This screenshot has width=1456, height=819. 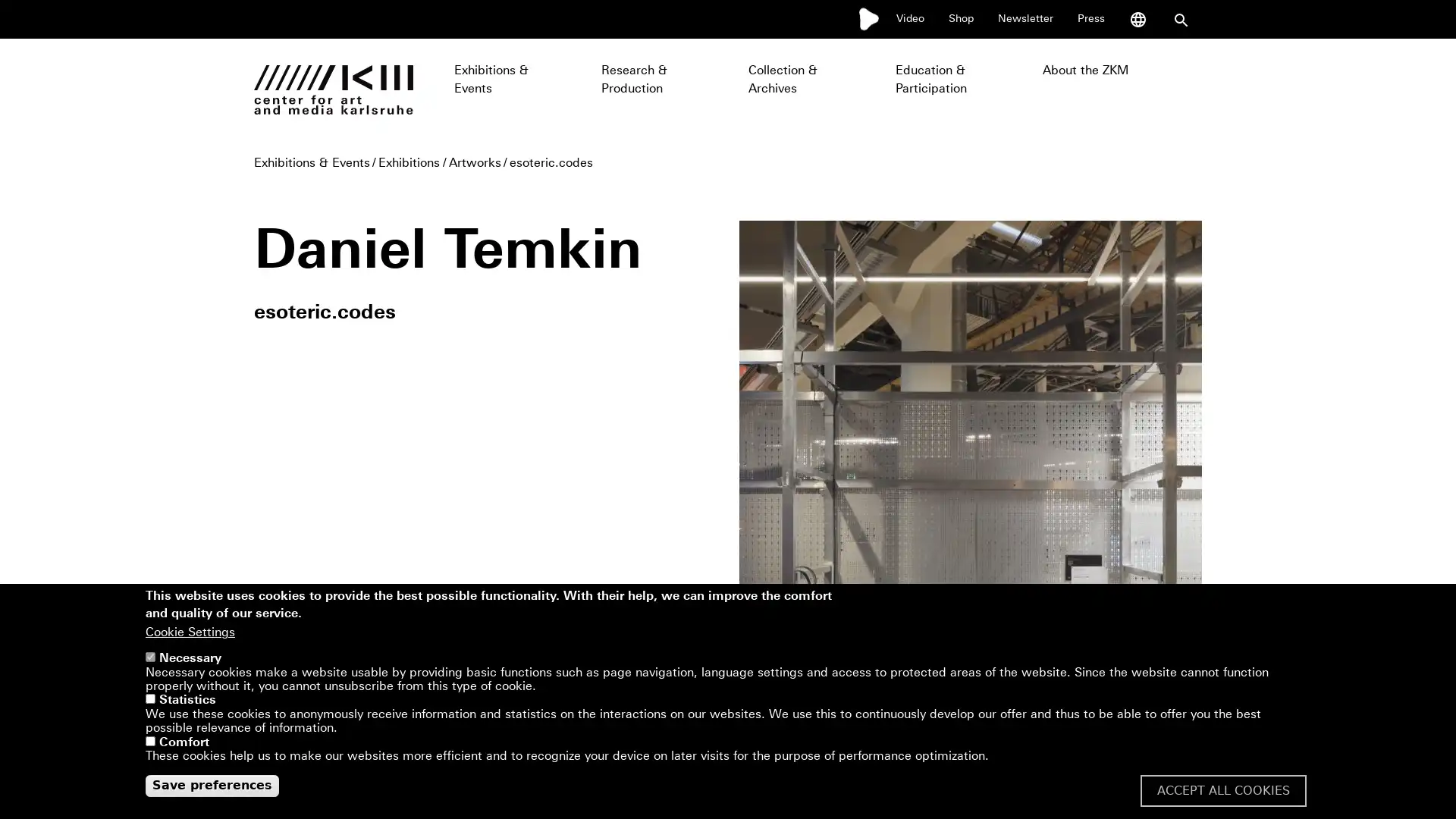 What do you see at coordinates (211, 785) in the screenshot?
I see `Save preferences` at bounding box center [211, 785].